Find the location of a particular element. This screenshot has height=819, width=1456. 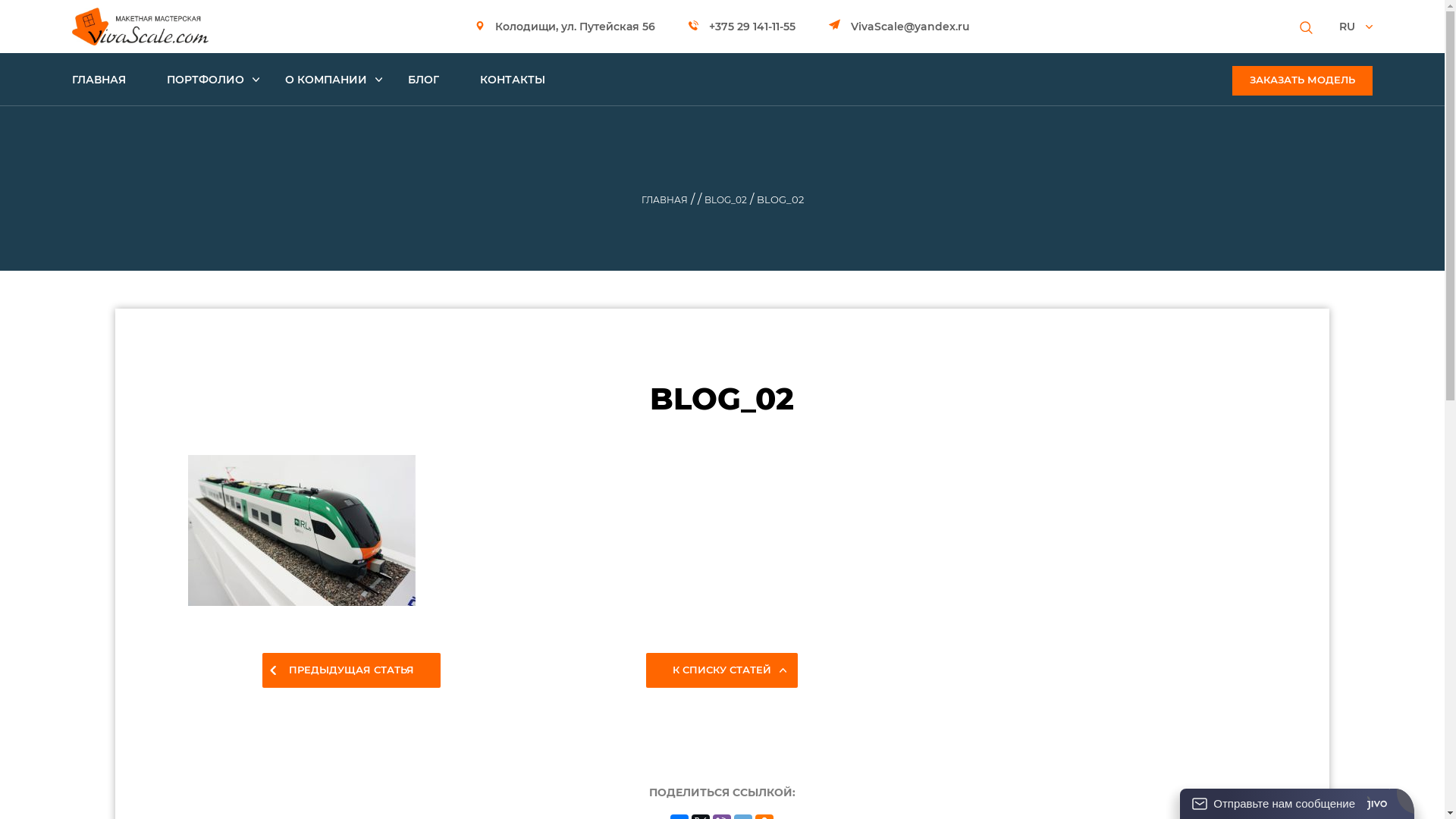

'+375 29 141-11-55' is located at coordinates (687, 26).